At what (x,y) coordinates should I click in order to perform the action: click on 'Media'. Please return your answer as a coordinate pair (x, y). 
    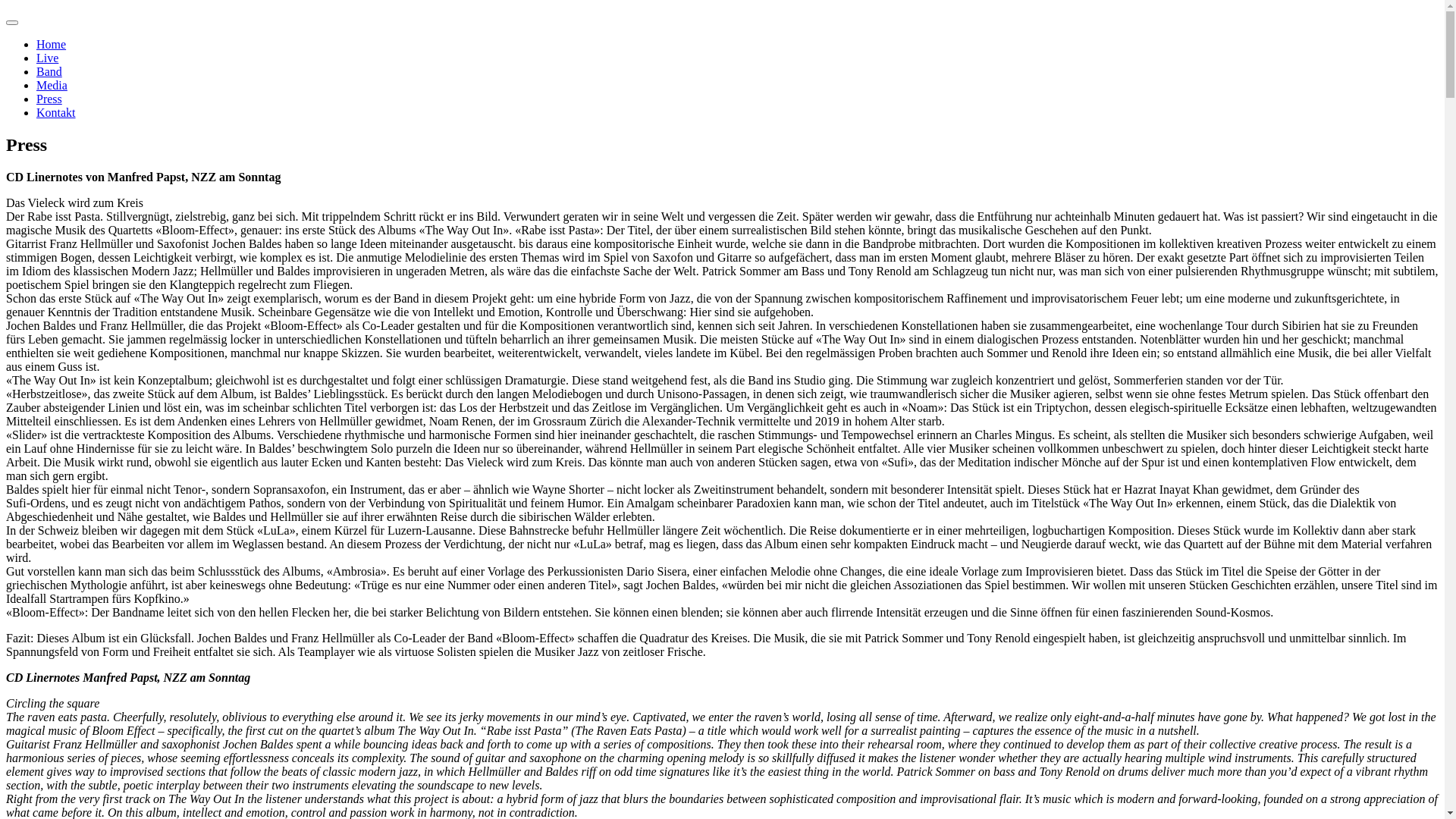
    Looking at the image, I should click on (52, 85).